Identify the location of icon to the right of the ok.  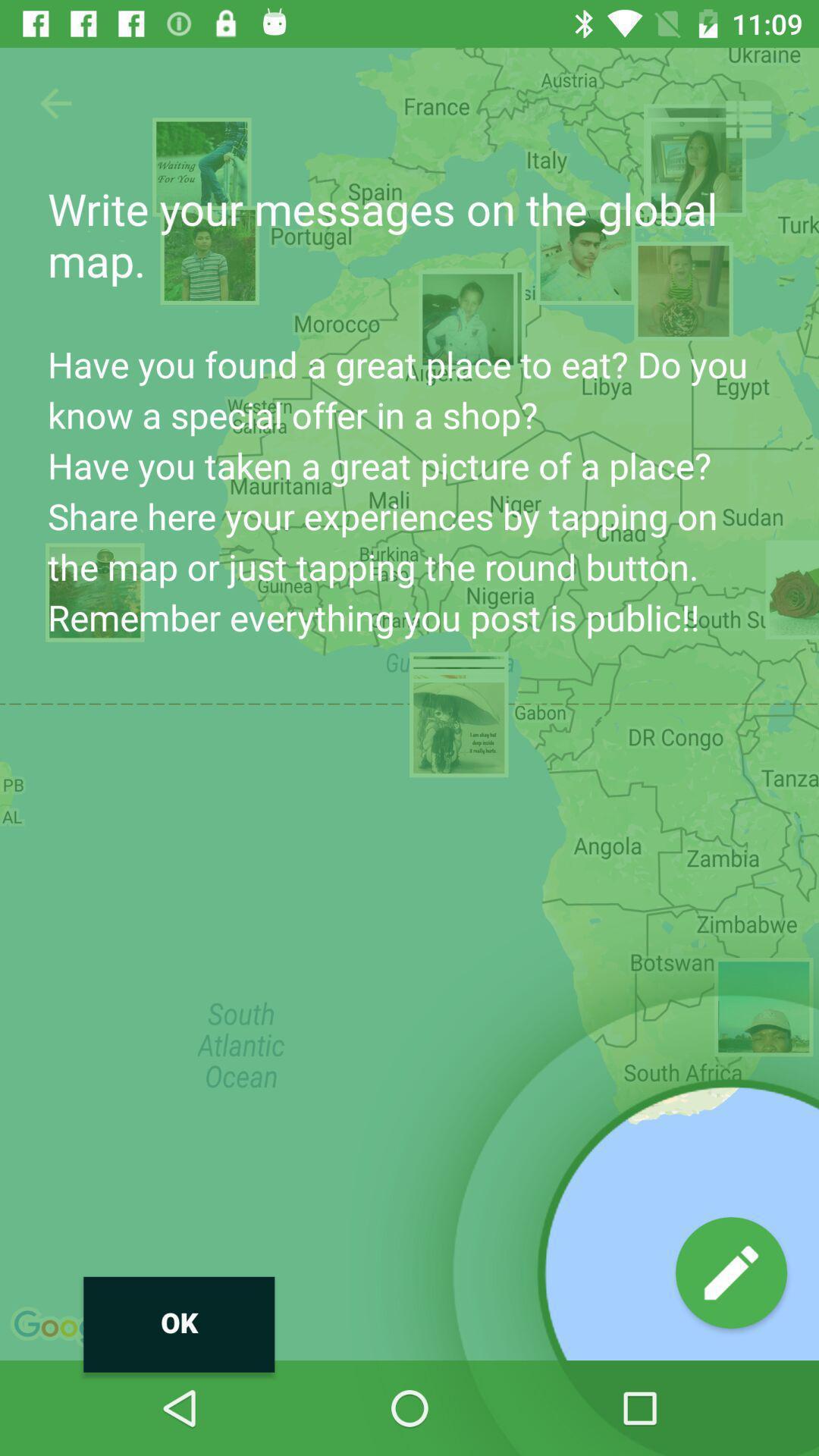
(730, 1272).